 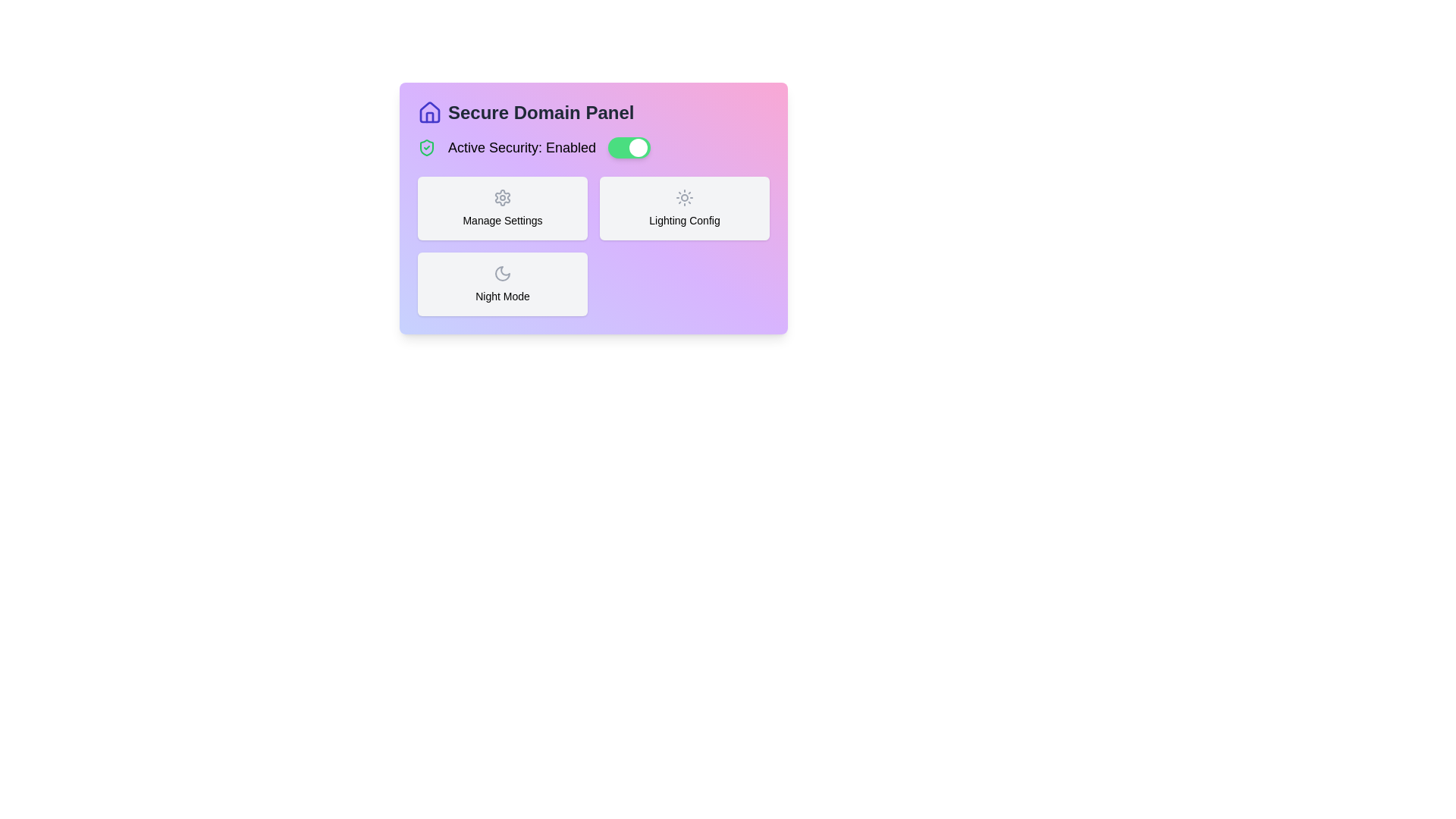 I want to click on the security status icon located to the left of the 'Active Security: Enabled' label in the 'Secure Domain Panel', so click(x=425, y=148).